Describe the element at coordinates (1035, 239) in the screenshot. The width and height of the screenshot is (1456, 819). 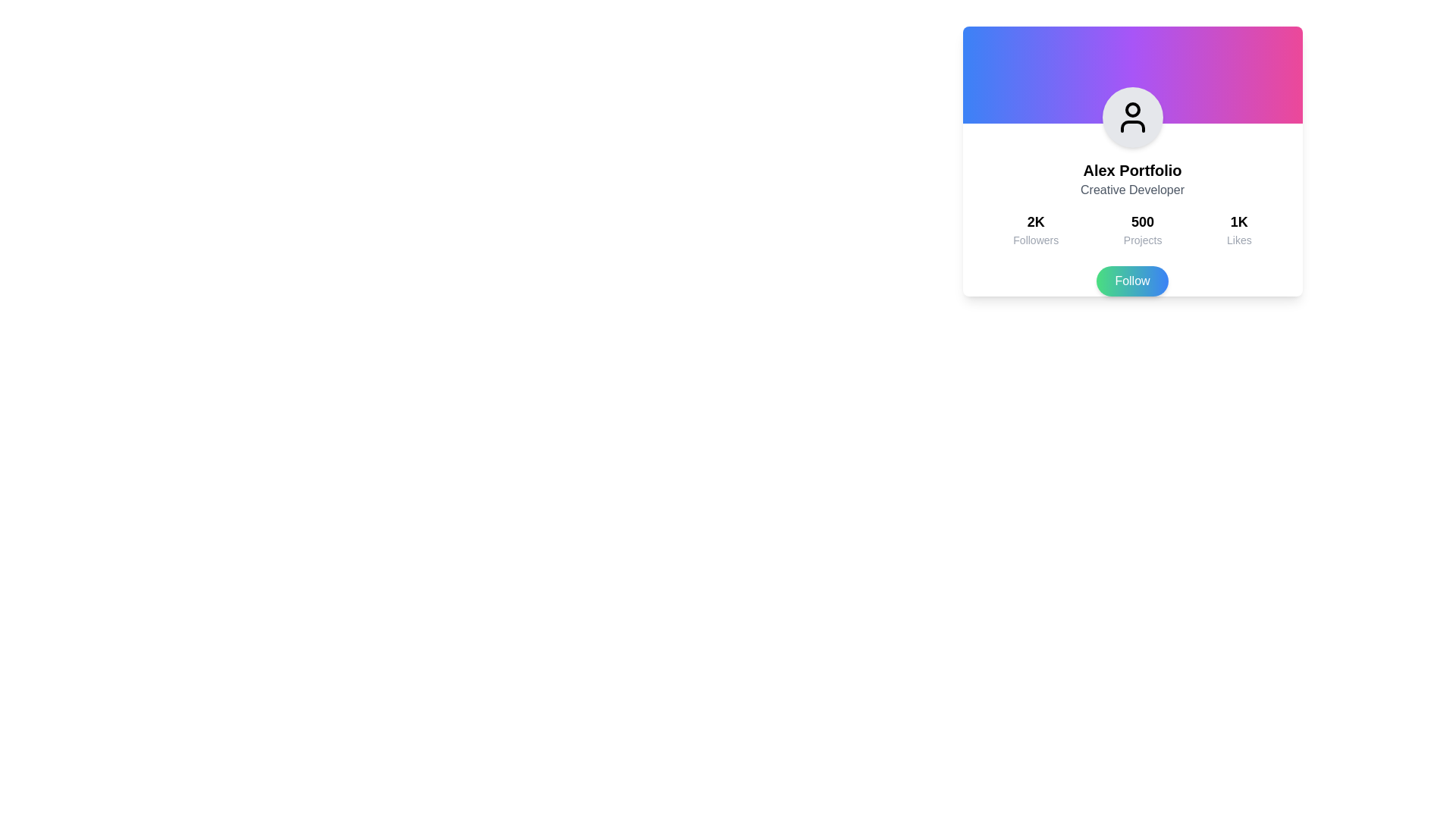
I see `'Followers' label which displays the text in a smaller and grayer font, positioned below the '2K' text in a profile card` at that location.